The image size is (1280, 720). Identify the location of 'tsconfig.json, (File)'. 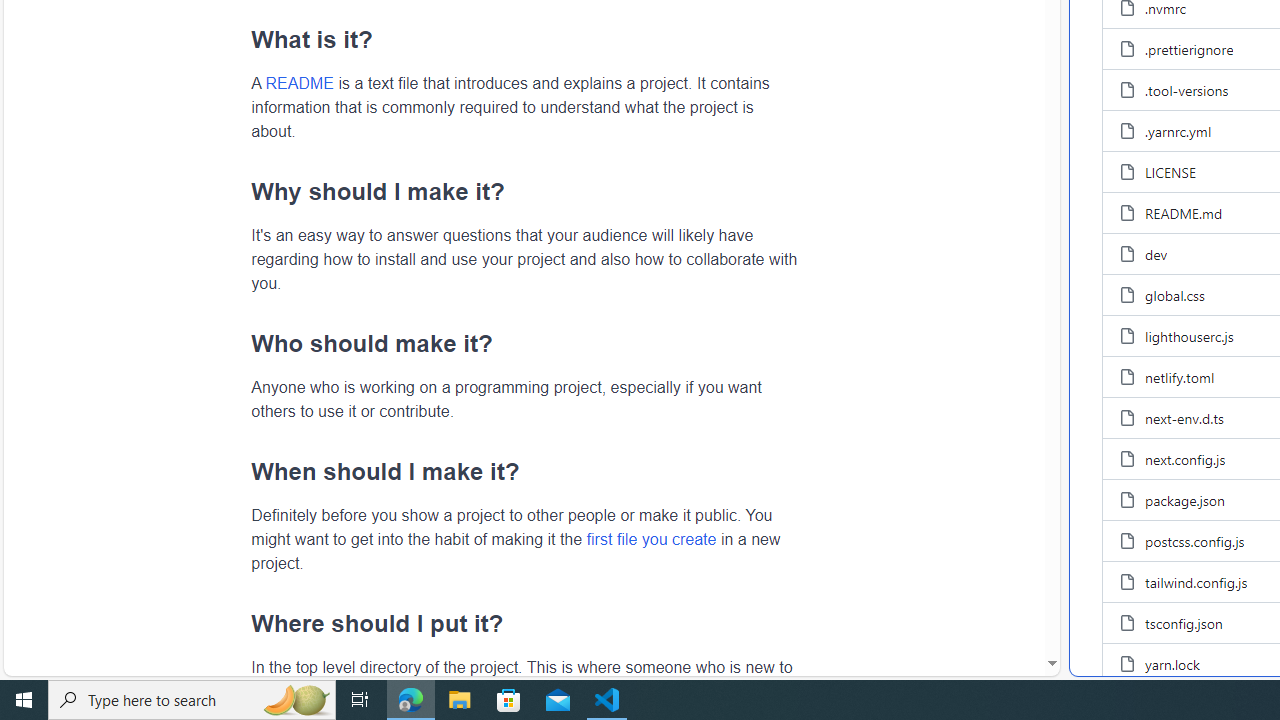
(1184, 621).